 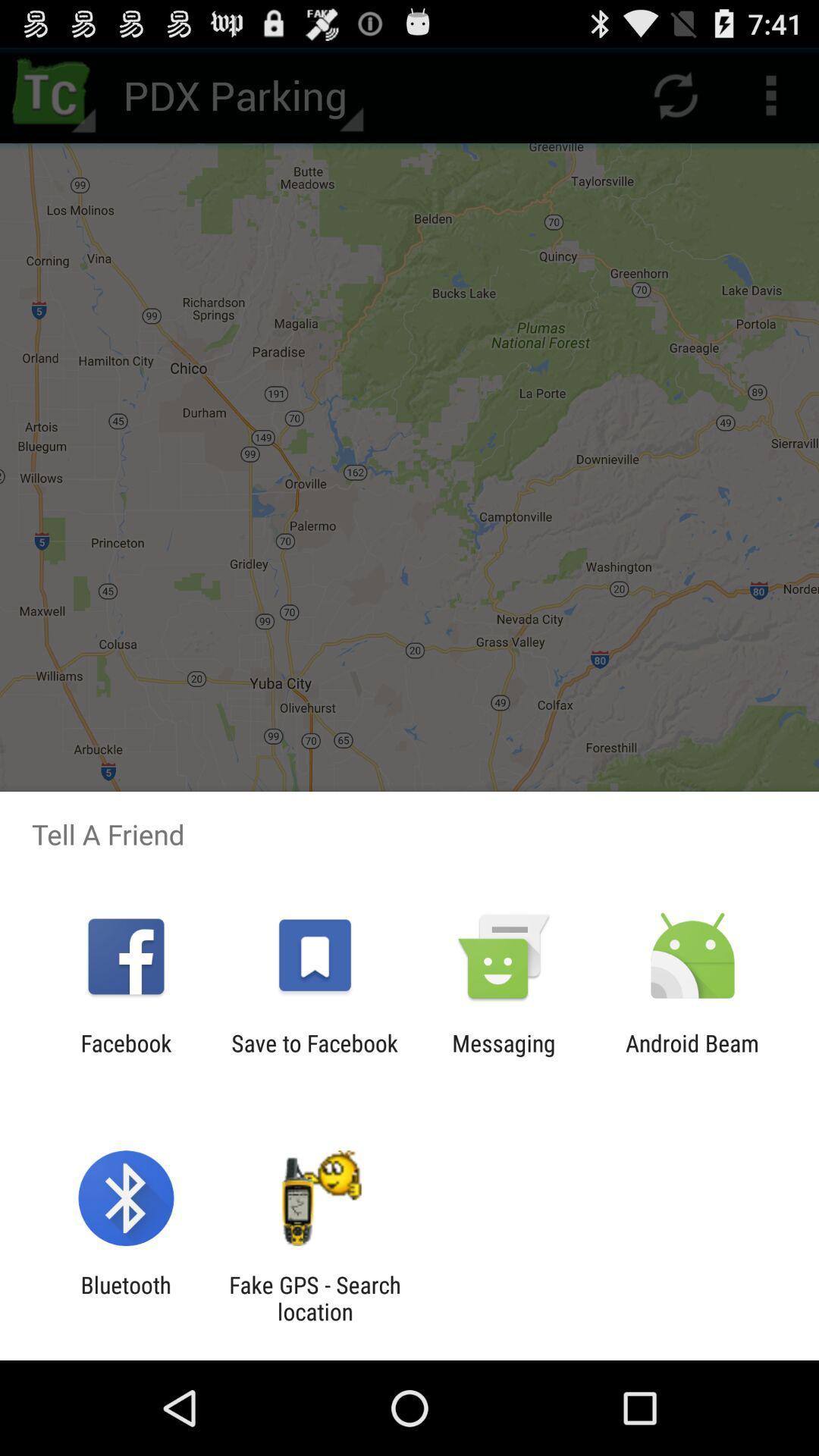 What do you see at coordinates (314, 1056) in the screenshot?
I see `app next to the messaging` at bounding box center [314, 1056].